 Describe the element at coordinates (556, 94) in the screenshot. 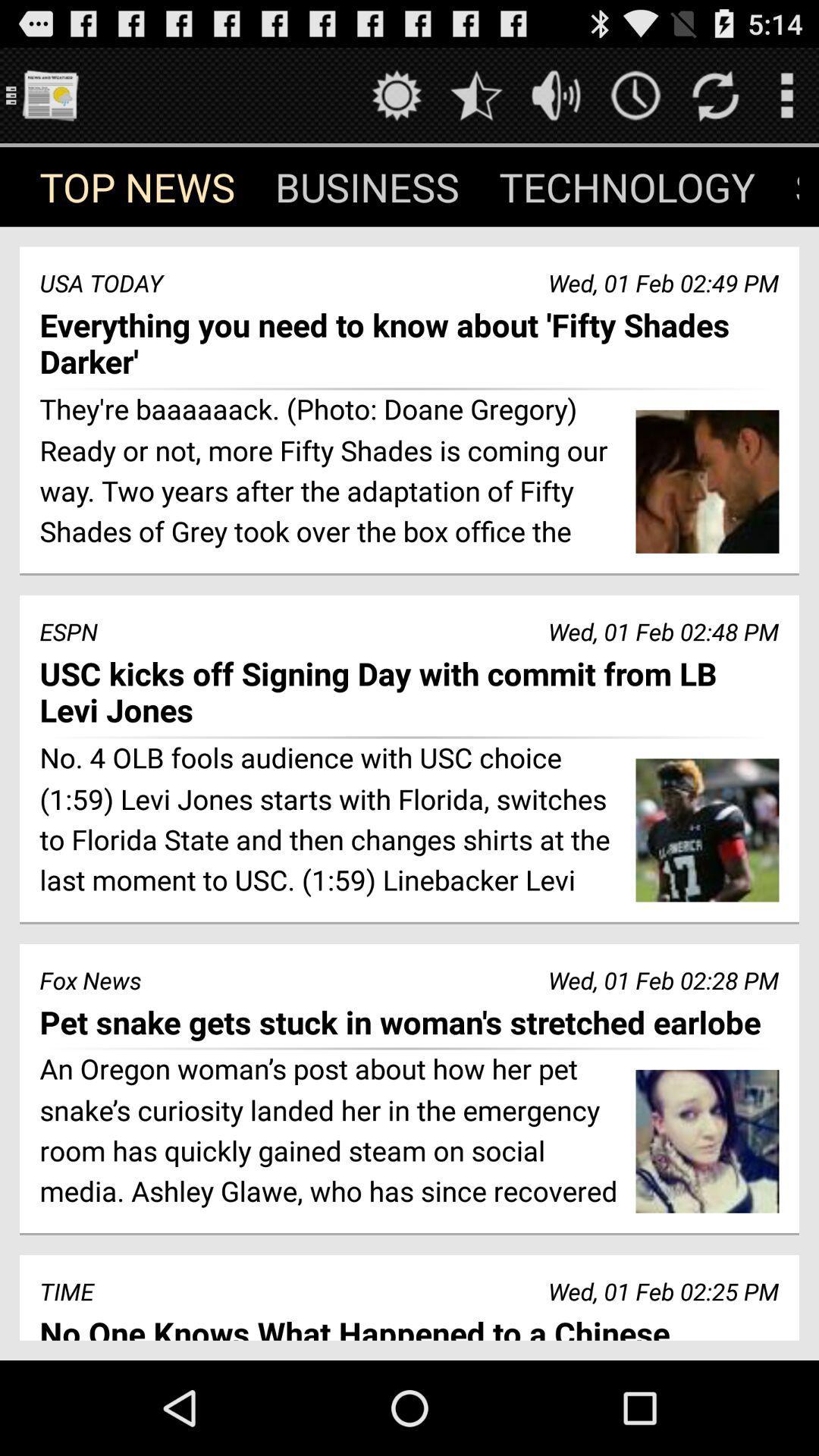

I see `adjust sound` at that location.